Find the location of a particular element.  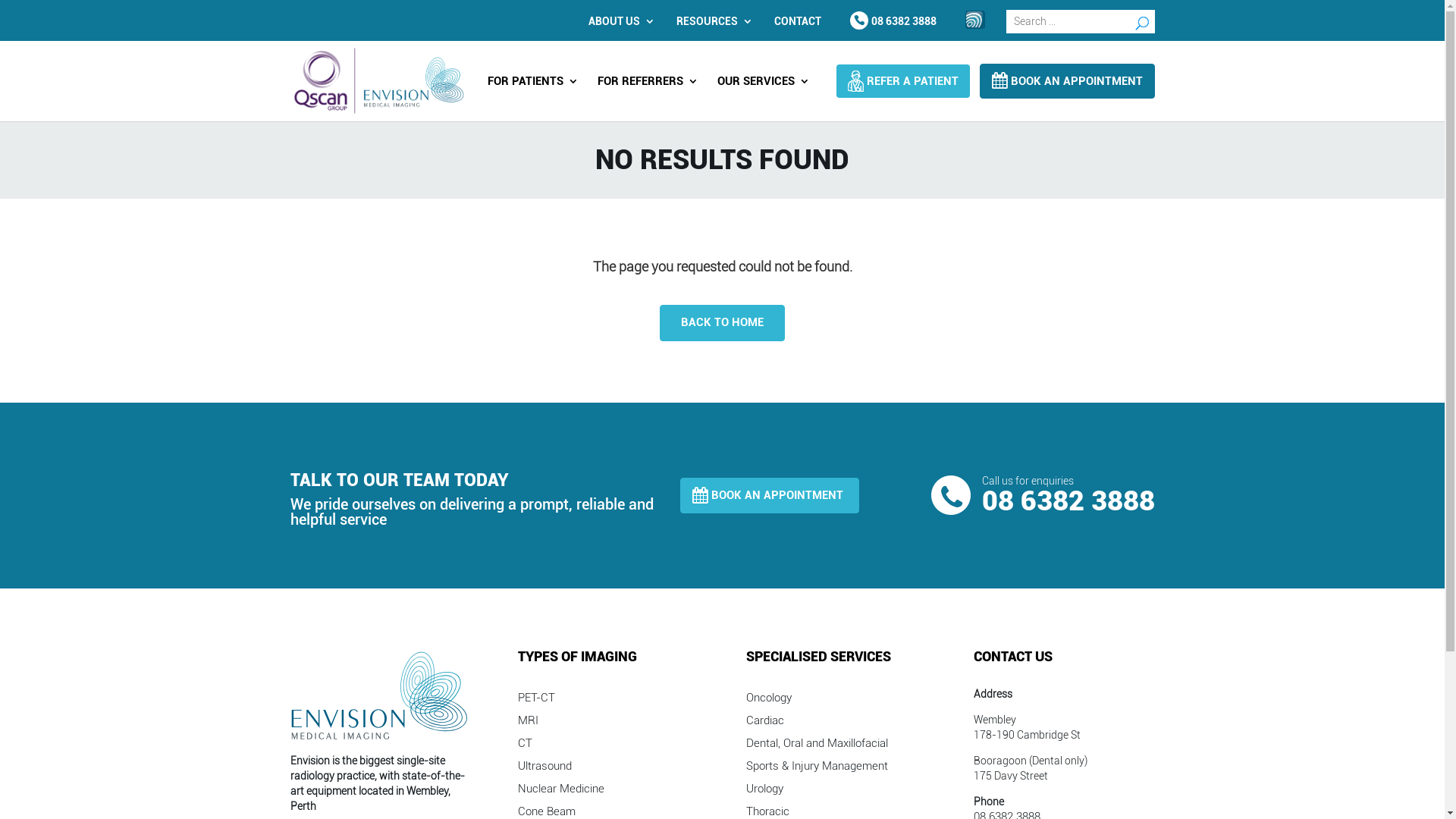

'OUR SERVICES' is located at coordinates (764, 86).